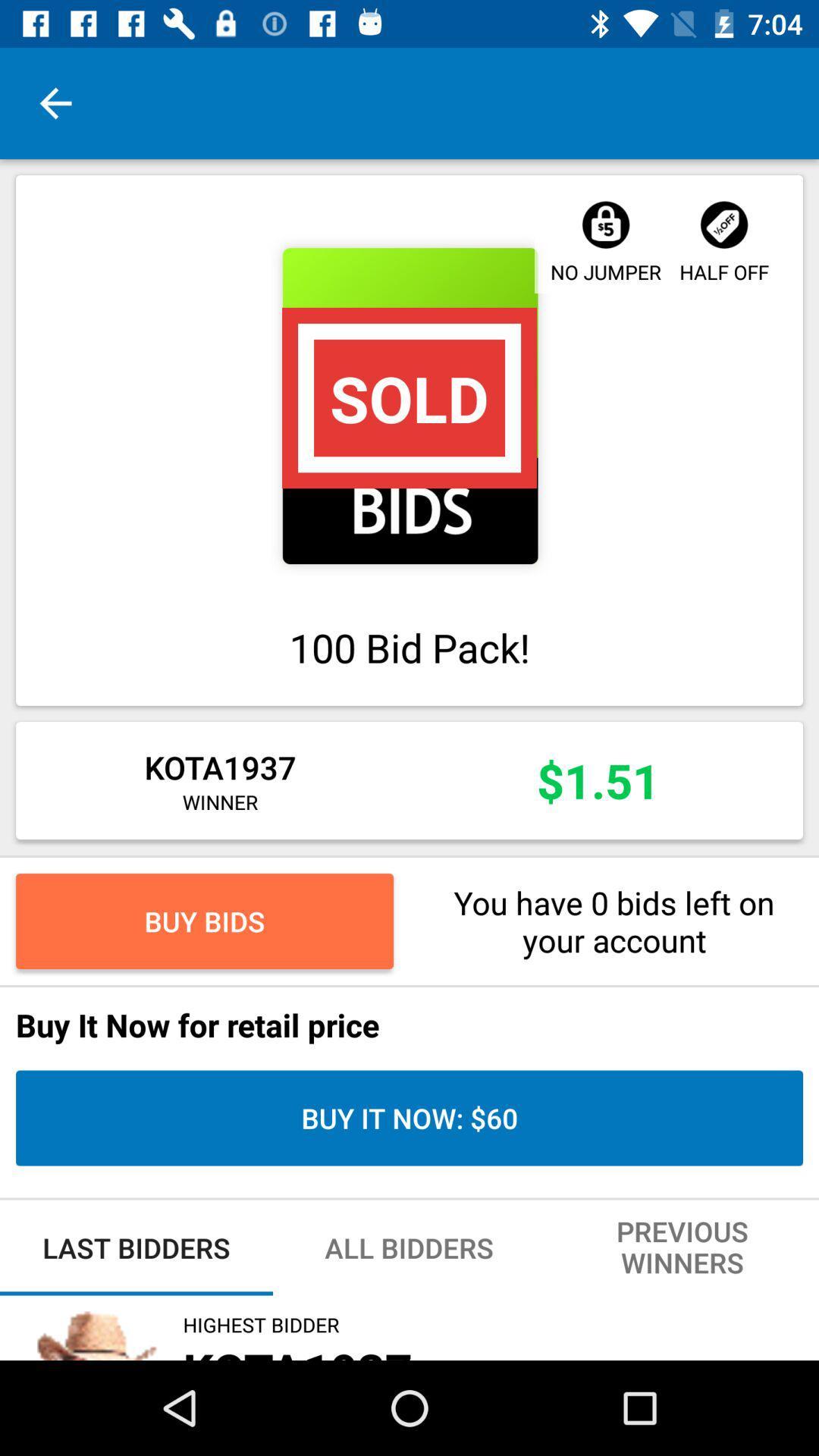 Image resolution: width=819 pixels, height=1456 pixels. I want to click on the icon next to the you have 0 item, so click(205, 920).